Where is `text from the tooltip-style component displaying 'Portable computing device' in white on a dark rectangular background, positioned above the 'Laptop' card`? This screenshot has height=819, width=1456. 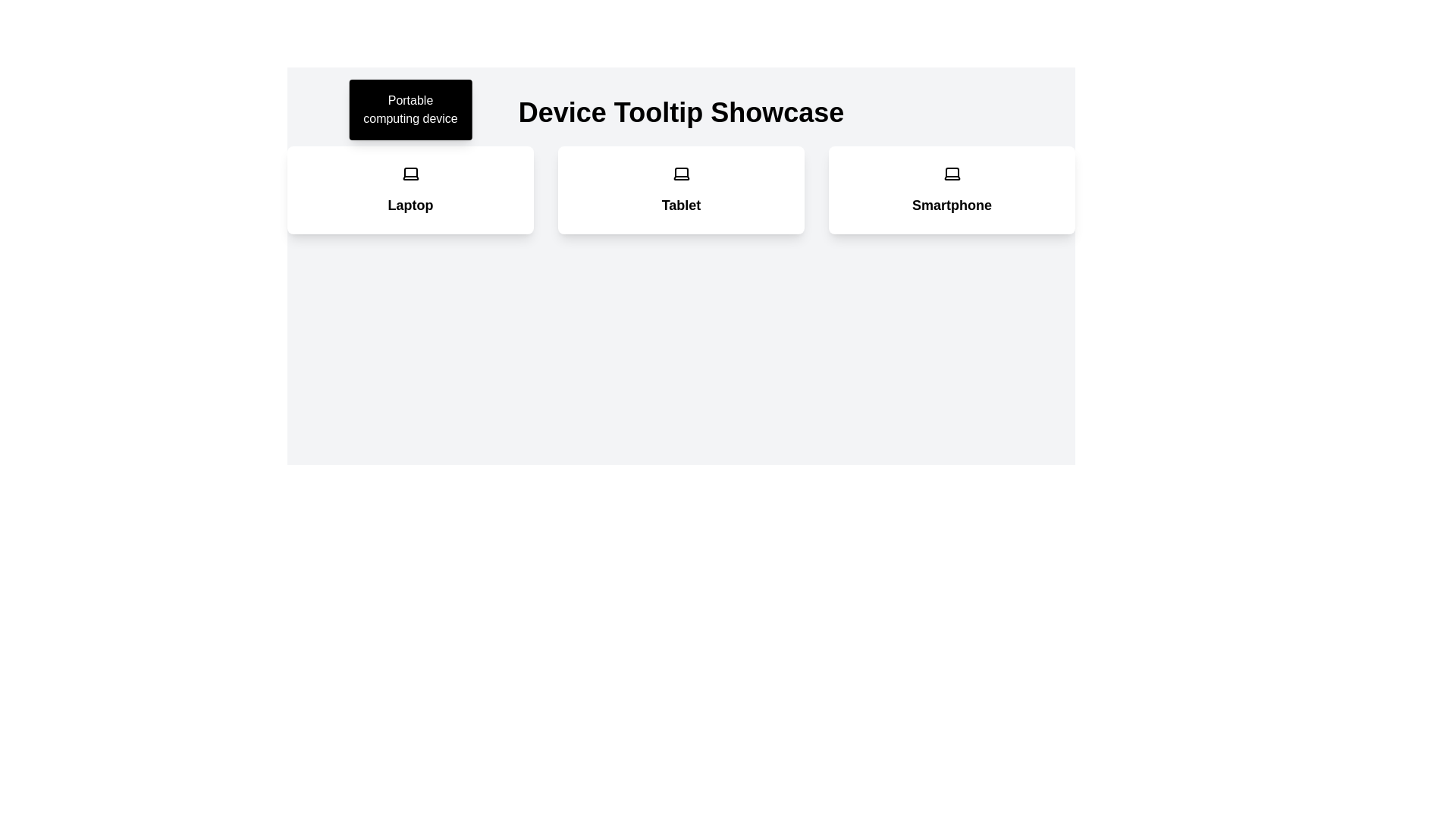 text from the tooltip-style component displaying 'Portable computing device' in white on a dark rectangular background, positioned above the 'Laptop' card is located at coordinates (410, 109).